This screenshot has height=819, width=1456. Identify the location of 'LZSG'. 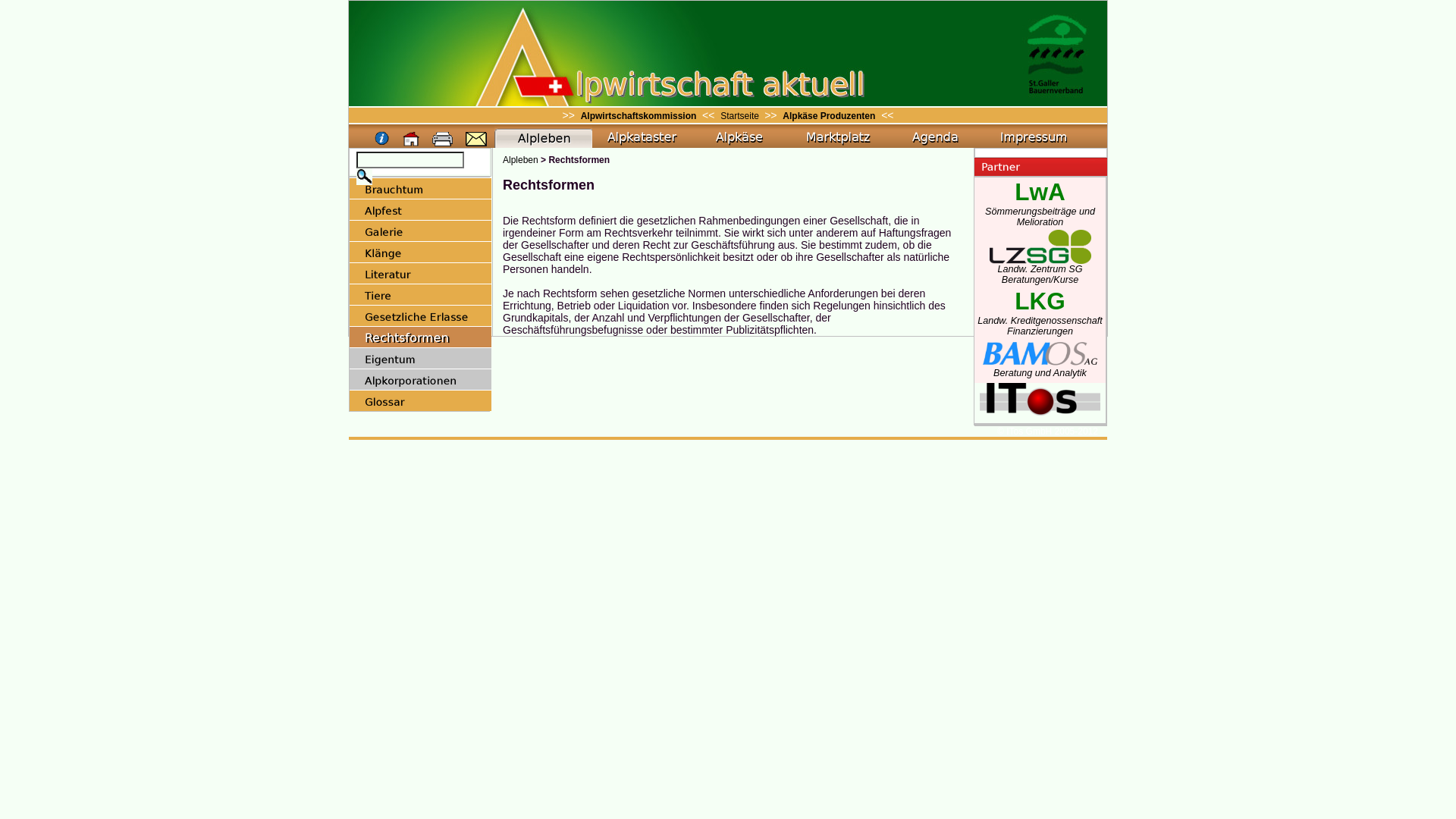
(1039, 246).